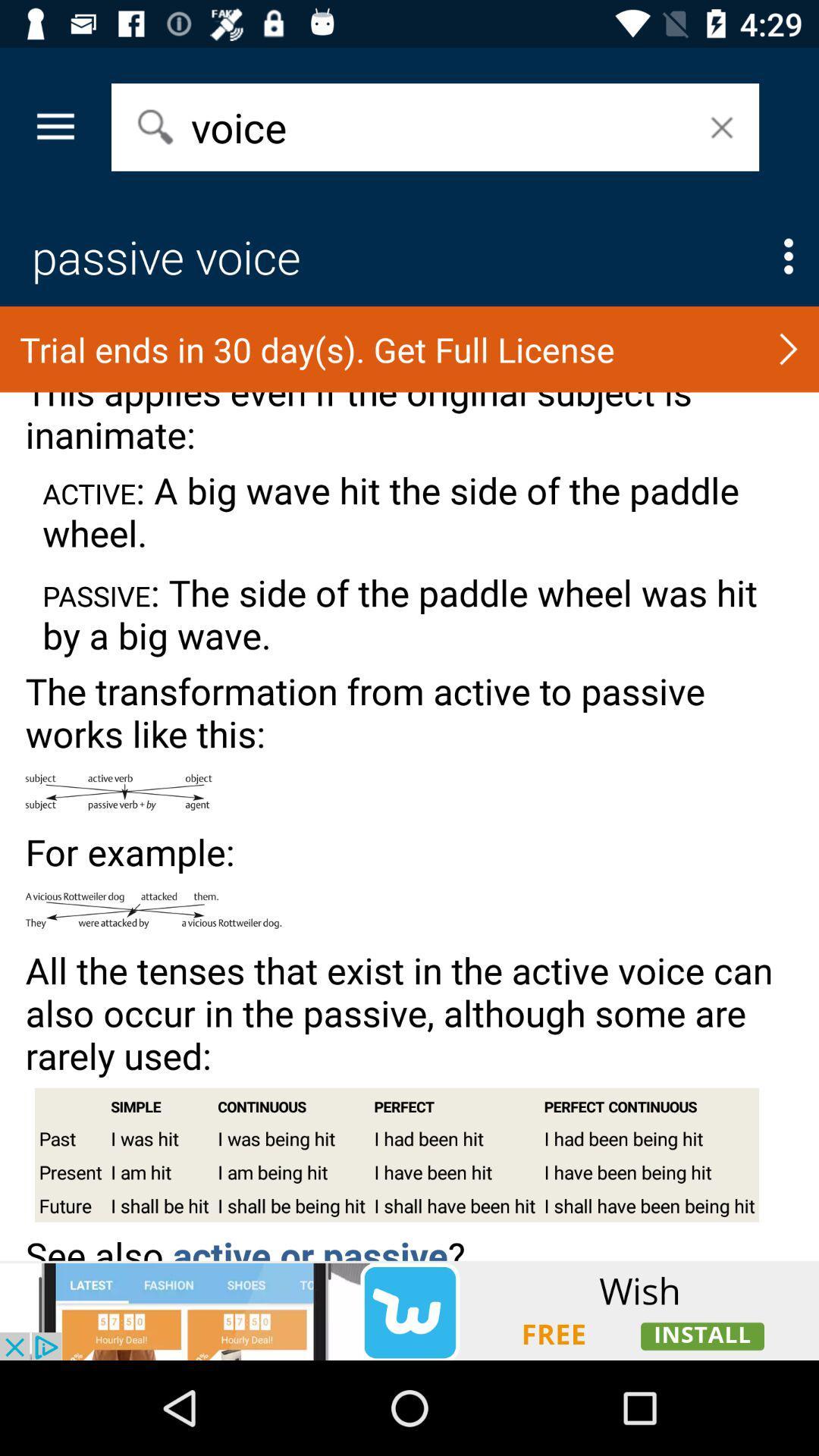 The height and width of the screenshot is (1456, 819). What do you see at coordinates (788, 256) in the screenshot?
I see `customize` at bounding box center [788, 256].